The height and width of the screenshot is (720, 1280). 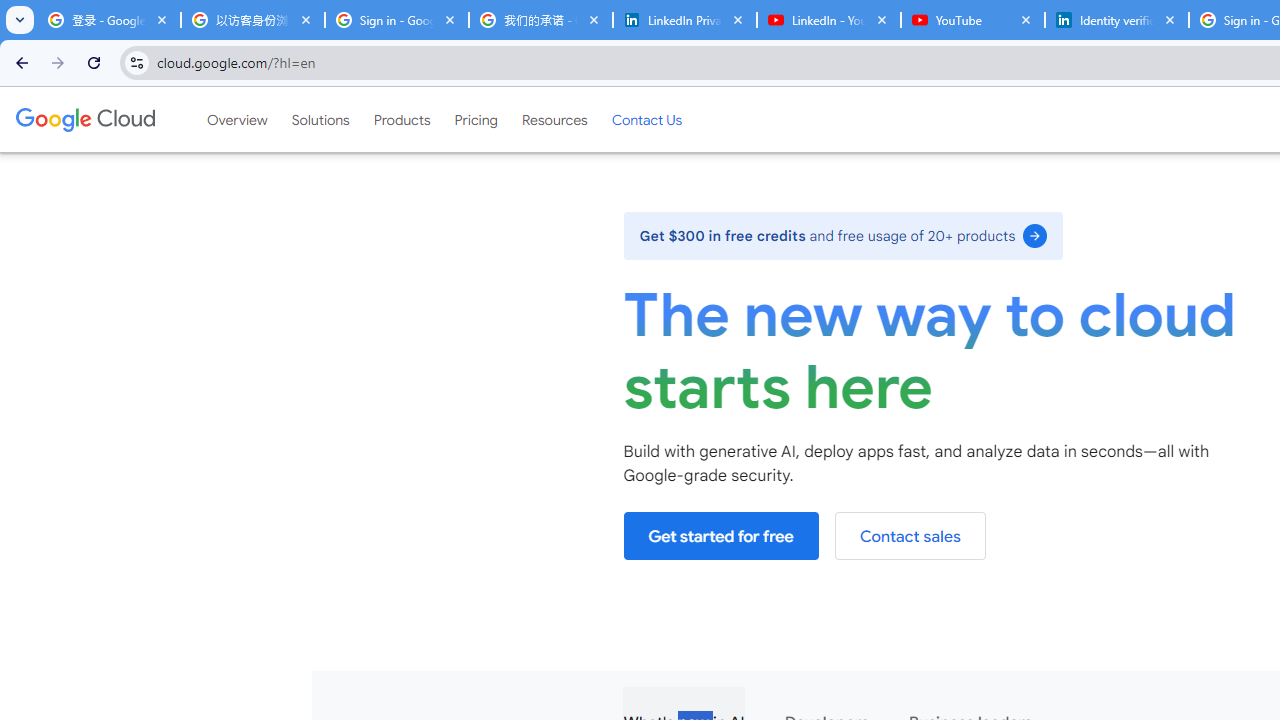 What do you see at coordinates (475, 119) in the screenshot?
I see `'Pricing'` at bounding box center [475, 119].